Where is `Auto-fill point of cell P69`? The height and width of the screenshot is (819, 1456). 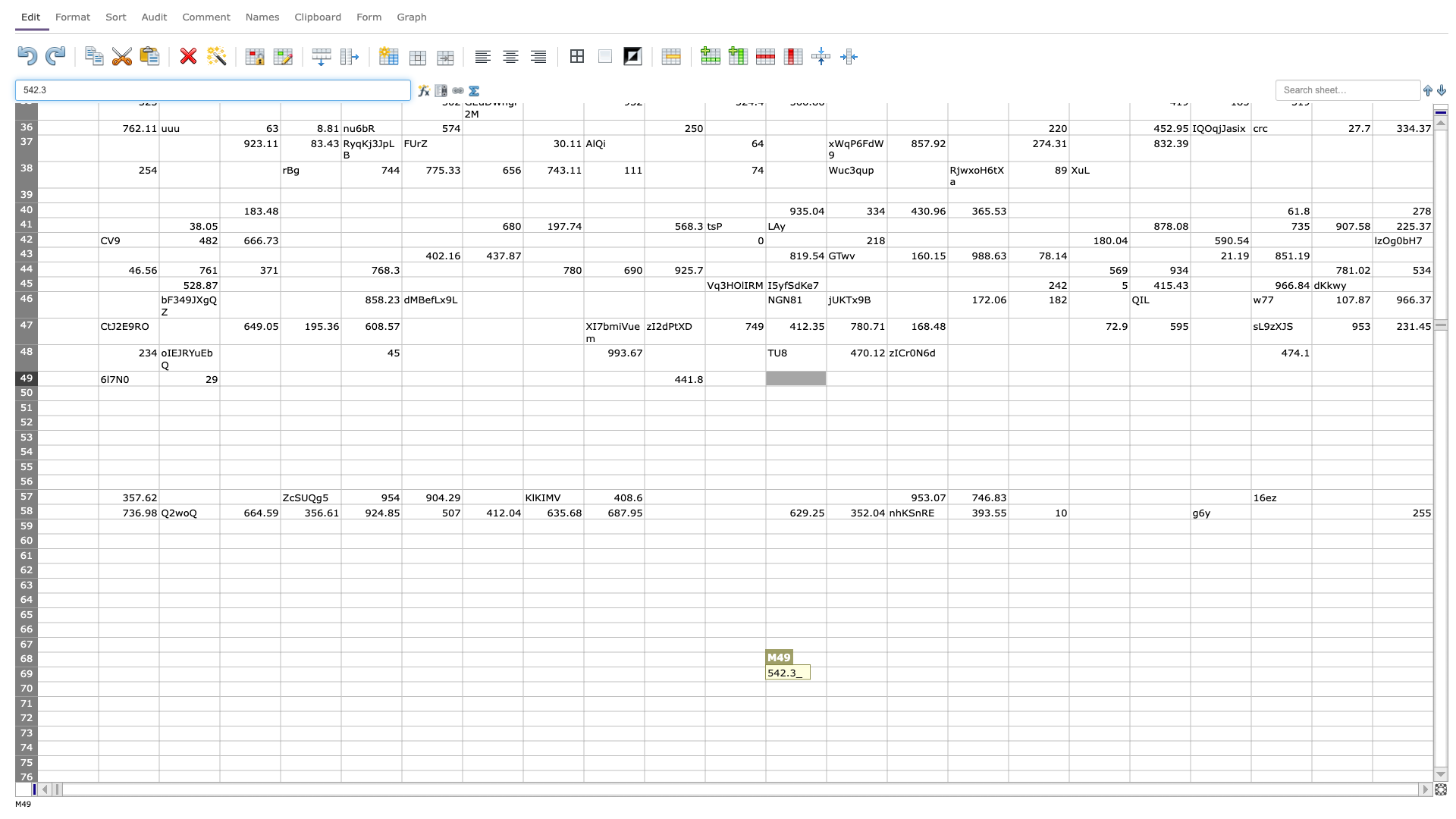 Auto-fill point of cell P69 is located at coordinates (1008, 680).